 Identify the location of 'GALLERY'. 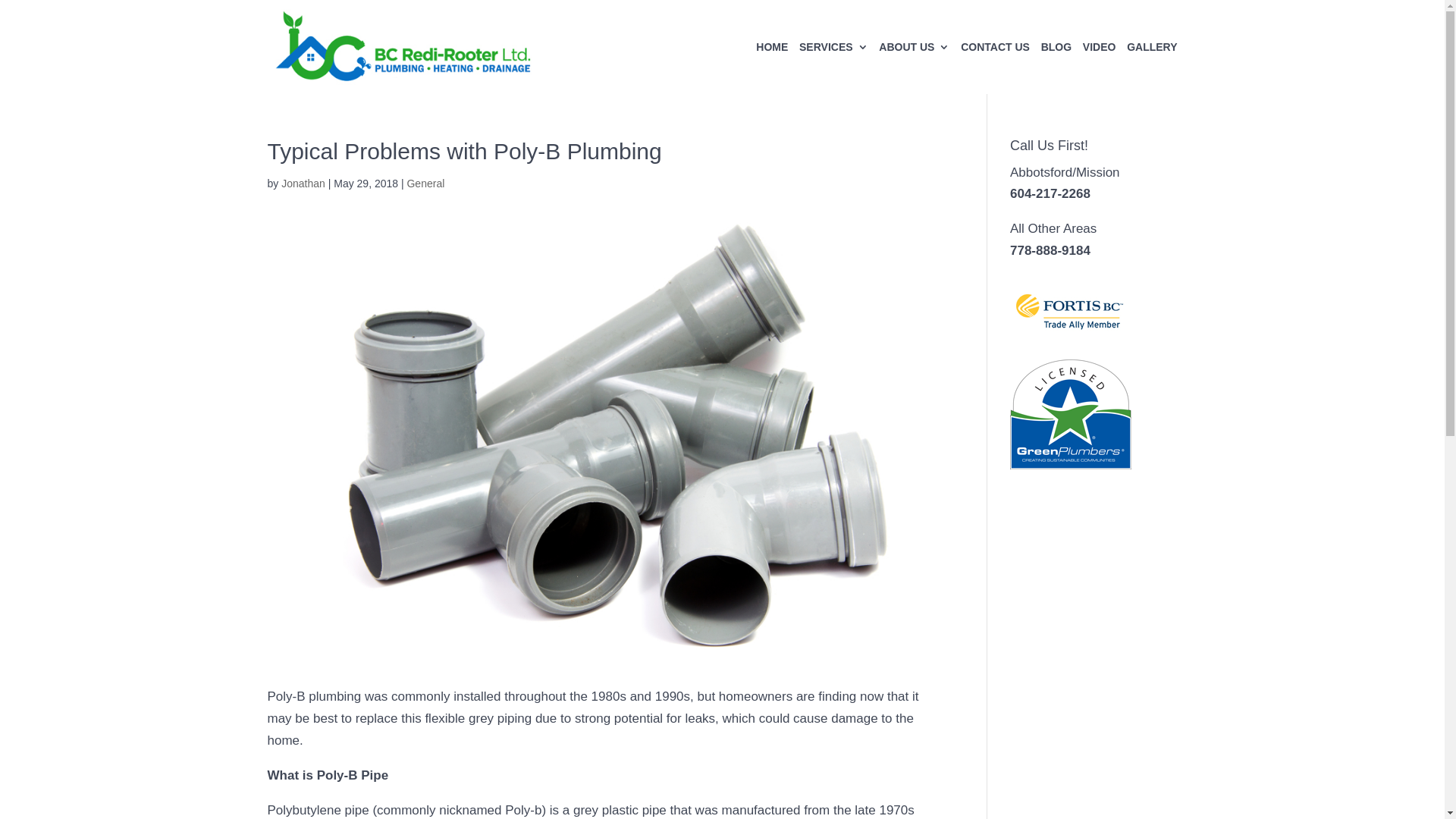
(1127, 67).